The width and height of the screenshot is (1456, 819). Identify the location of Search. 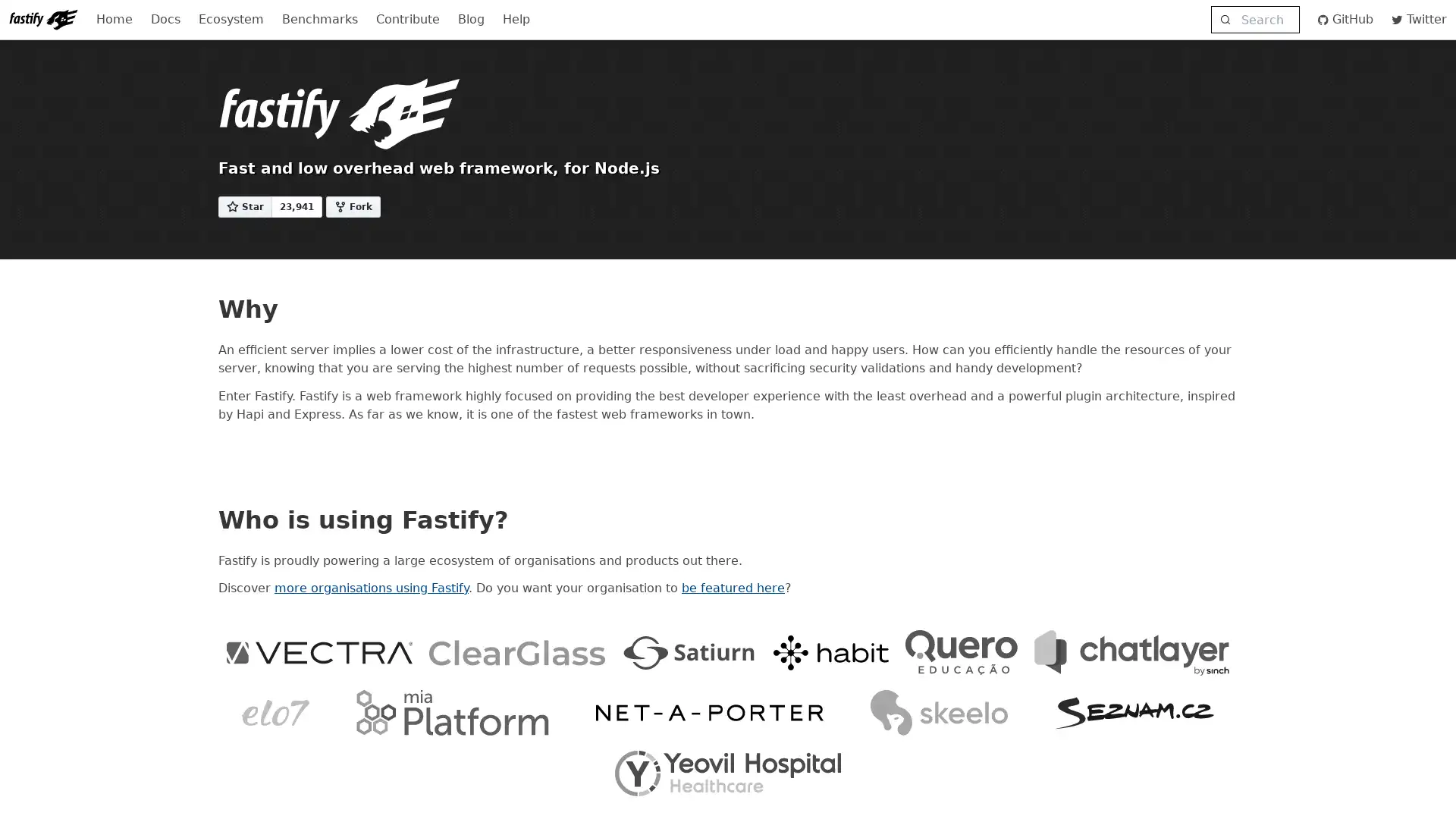
(1254, 20).